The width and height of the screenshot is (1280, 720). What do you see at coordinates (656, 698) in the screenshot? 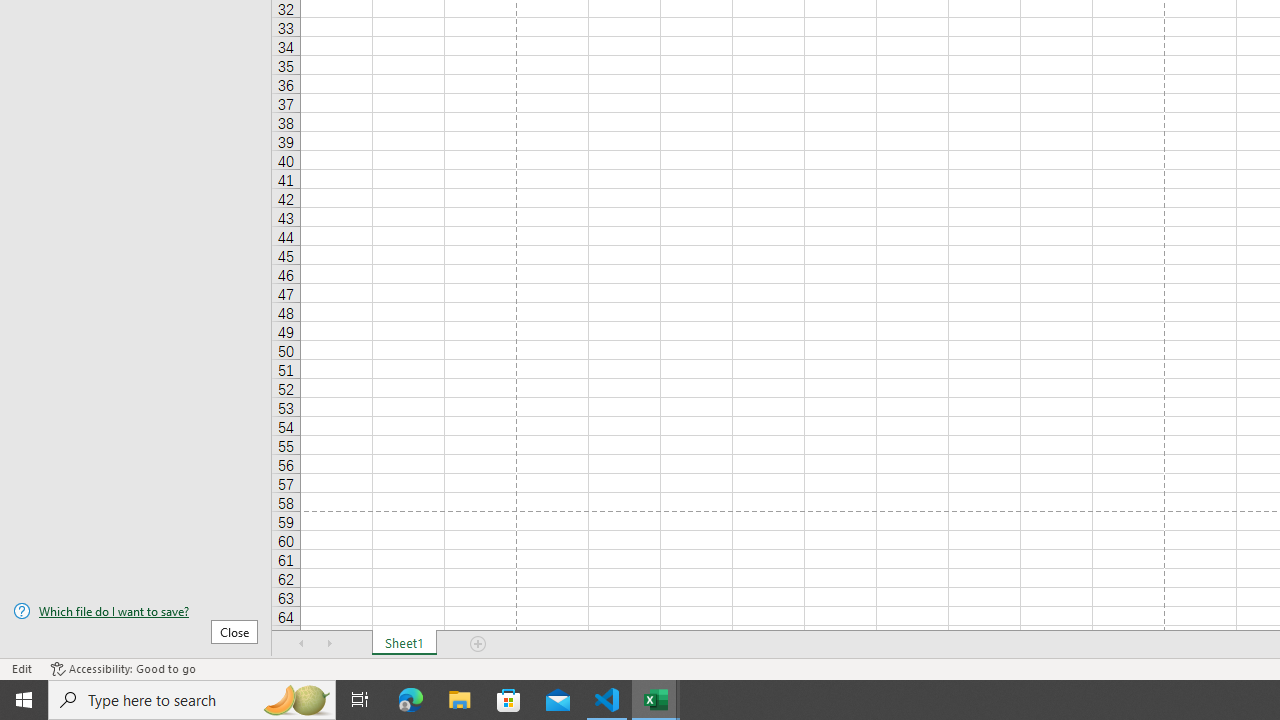
I see `'Excel - 2 running windows'` at bounding box center [656, 698].